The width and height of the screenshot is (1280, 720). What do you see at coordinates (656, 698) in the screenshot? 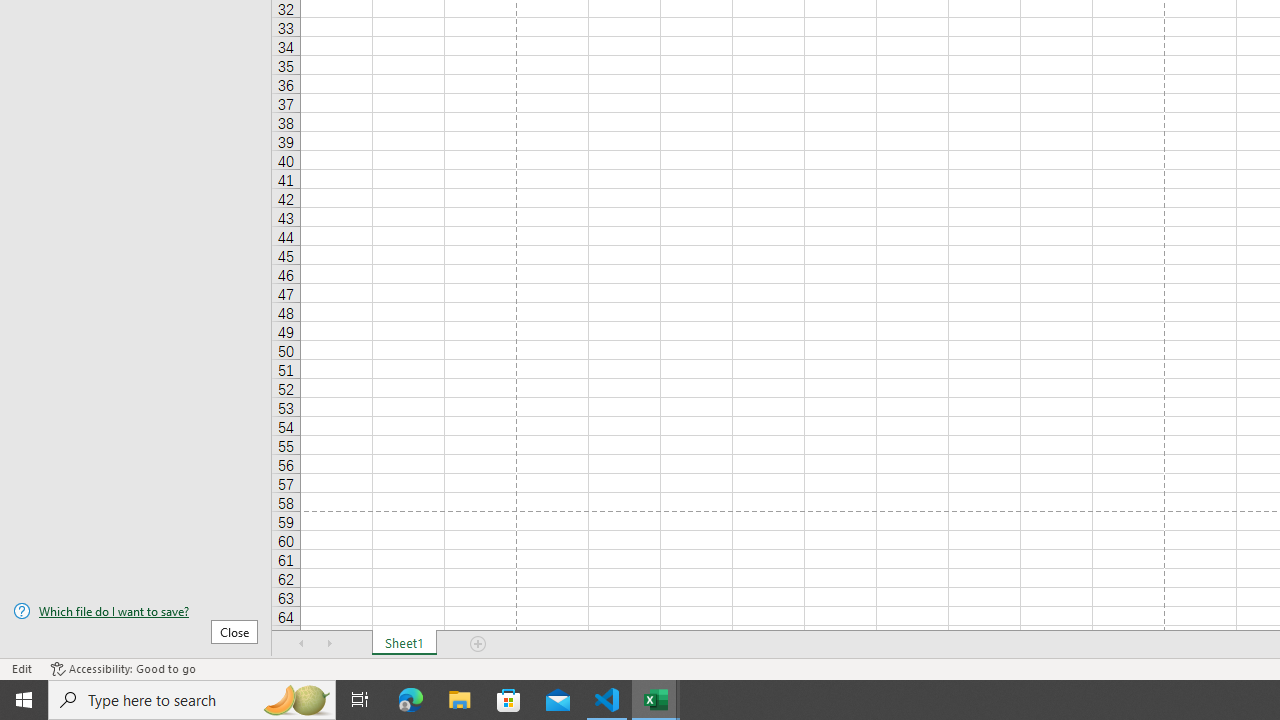
I see `'Excel - 2 running windows'` at bounding box center [656, 698].